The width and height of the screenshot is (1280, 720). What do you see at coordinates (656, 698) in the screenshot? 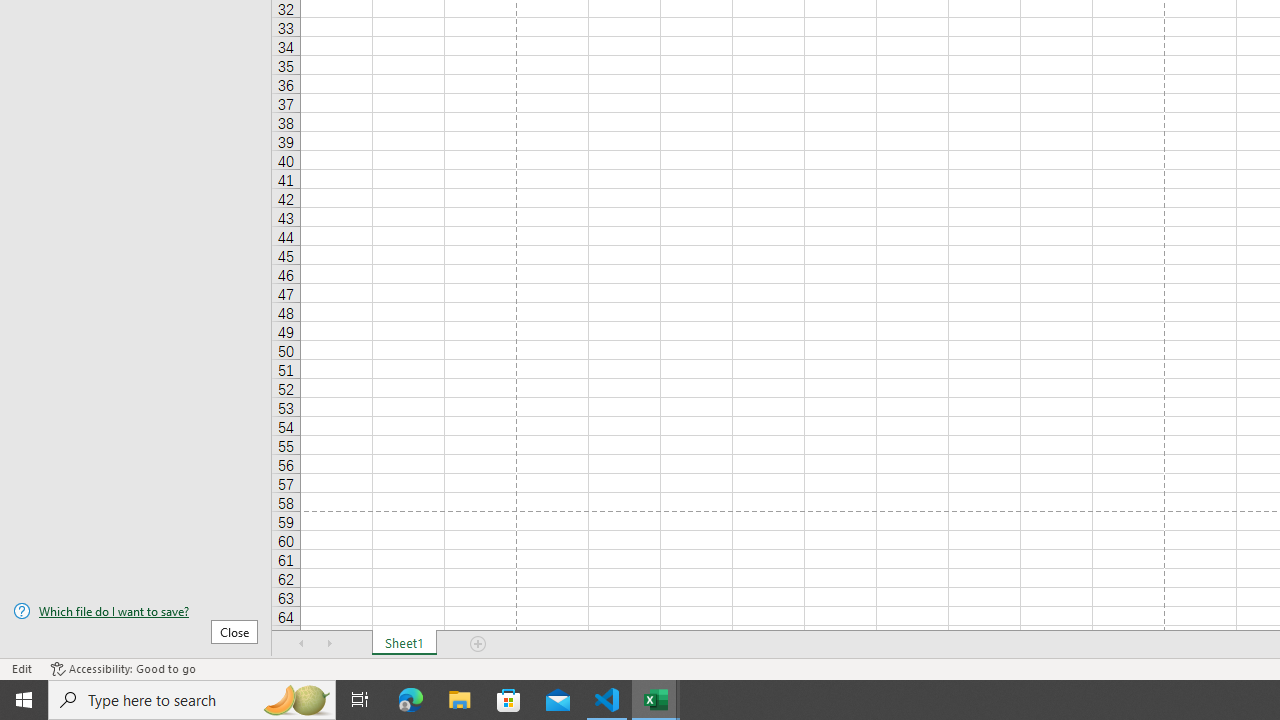
I see `'Excel - 2 running windows'` at bounding box center [656, 698].